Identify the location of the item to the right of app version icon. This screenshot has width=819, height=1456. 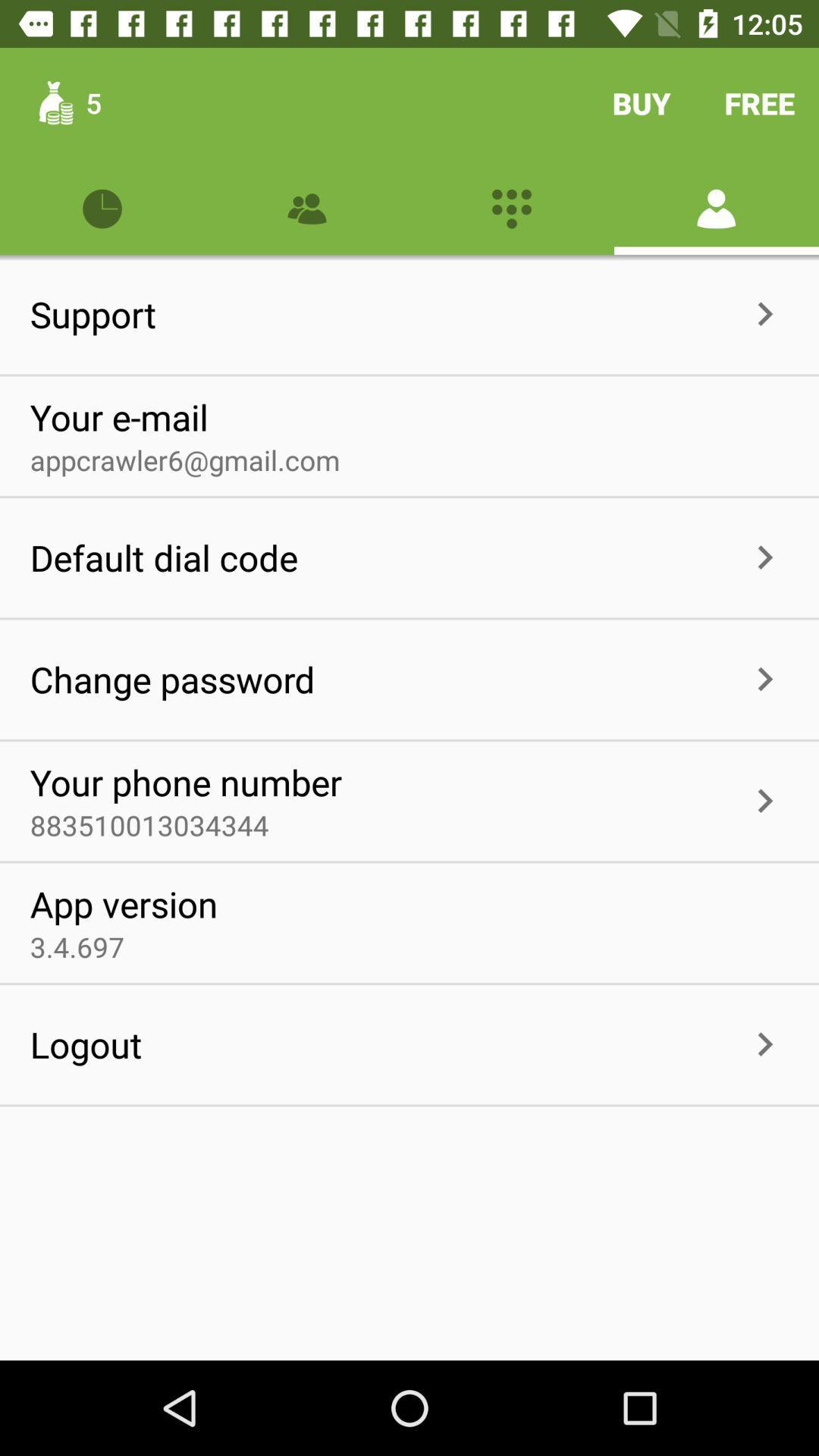
(503, 922).